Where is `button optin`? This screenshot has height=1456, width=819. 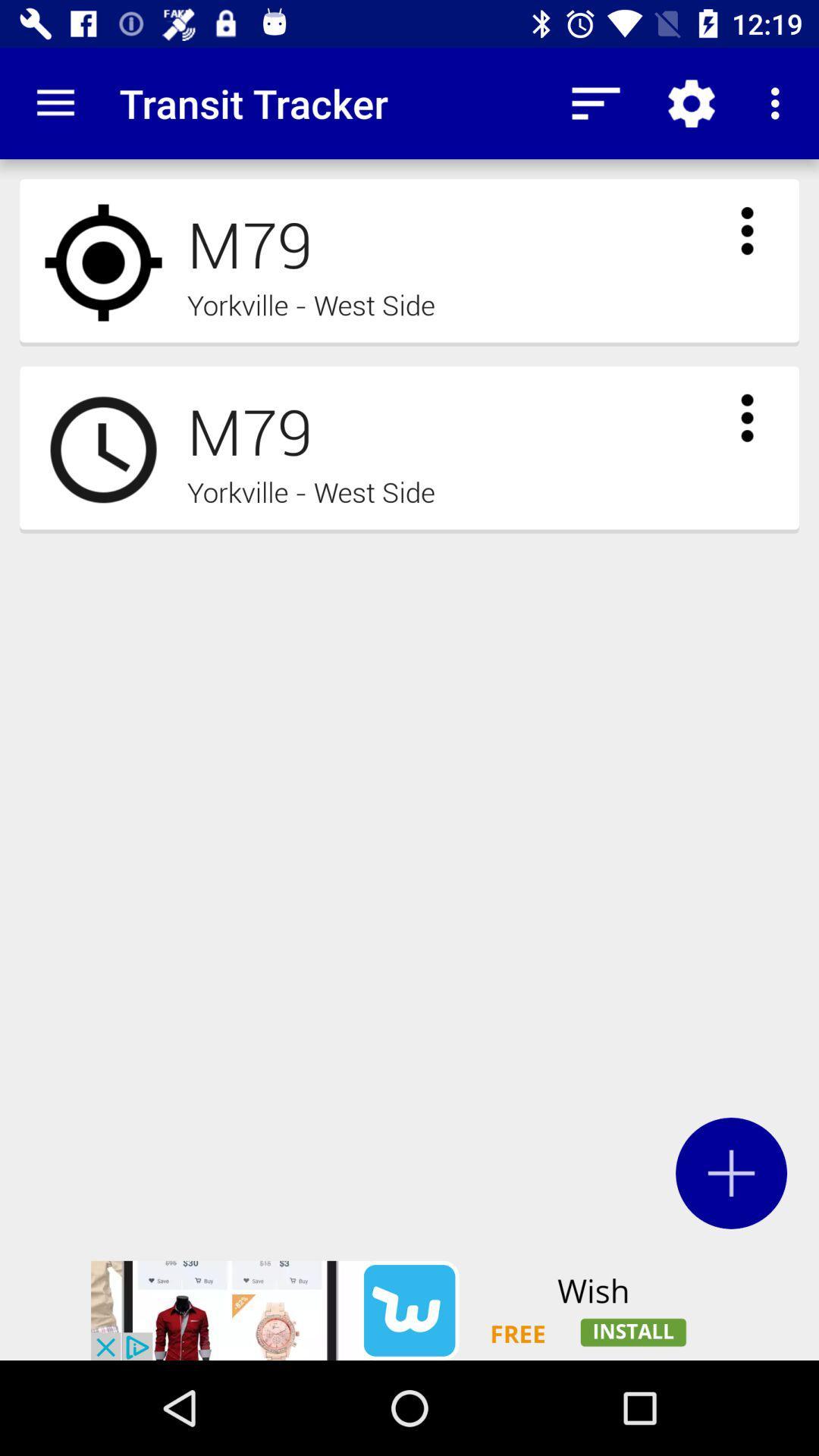 button optin is located at coordinates (730, 1172).